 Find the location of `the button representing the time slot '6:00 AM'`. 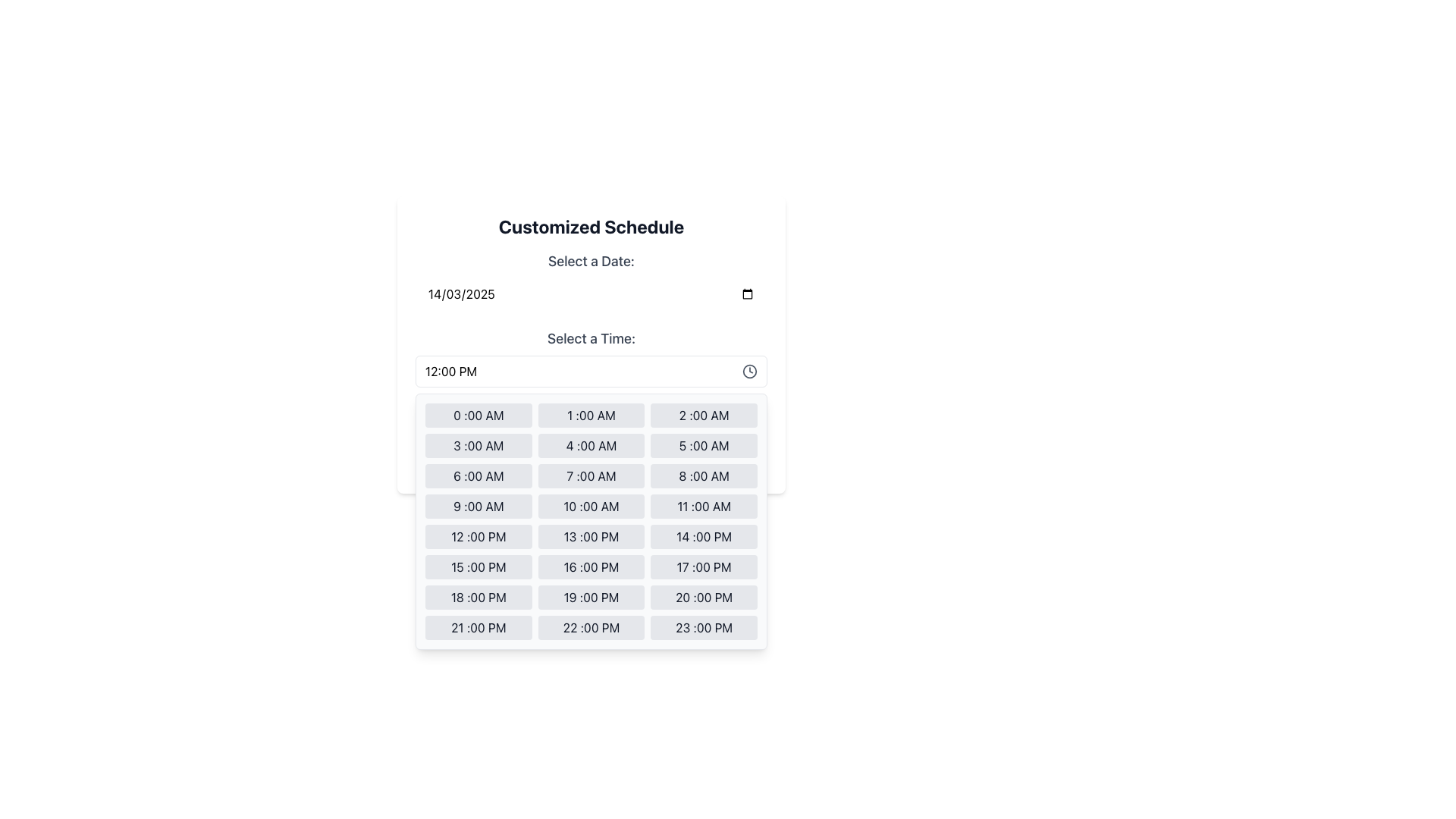

the button representing the time slot '6:00 AM' is located at coordinates (478, 475).